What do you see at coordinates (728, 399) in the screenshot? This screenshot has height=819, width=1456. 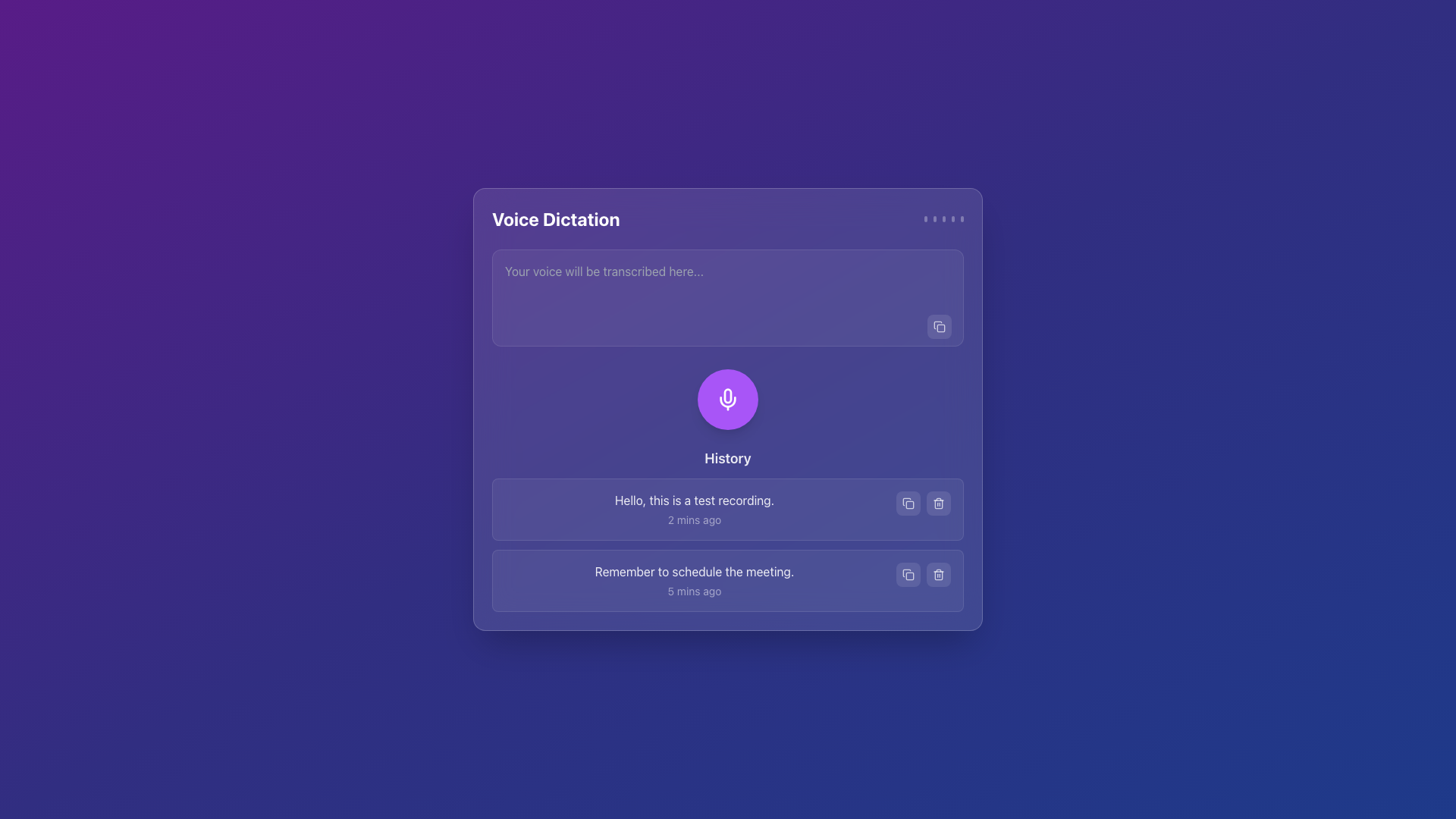 I see `the microphone button located centrally below the text input area labeled 'Your voice will be transcribed here...'` at bounding box center [728, 399].